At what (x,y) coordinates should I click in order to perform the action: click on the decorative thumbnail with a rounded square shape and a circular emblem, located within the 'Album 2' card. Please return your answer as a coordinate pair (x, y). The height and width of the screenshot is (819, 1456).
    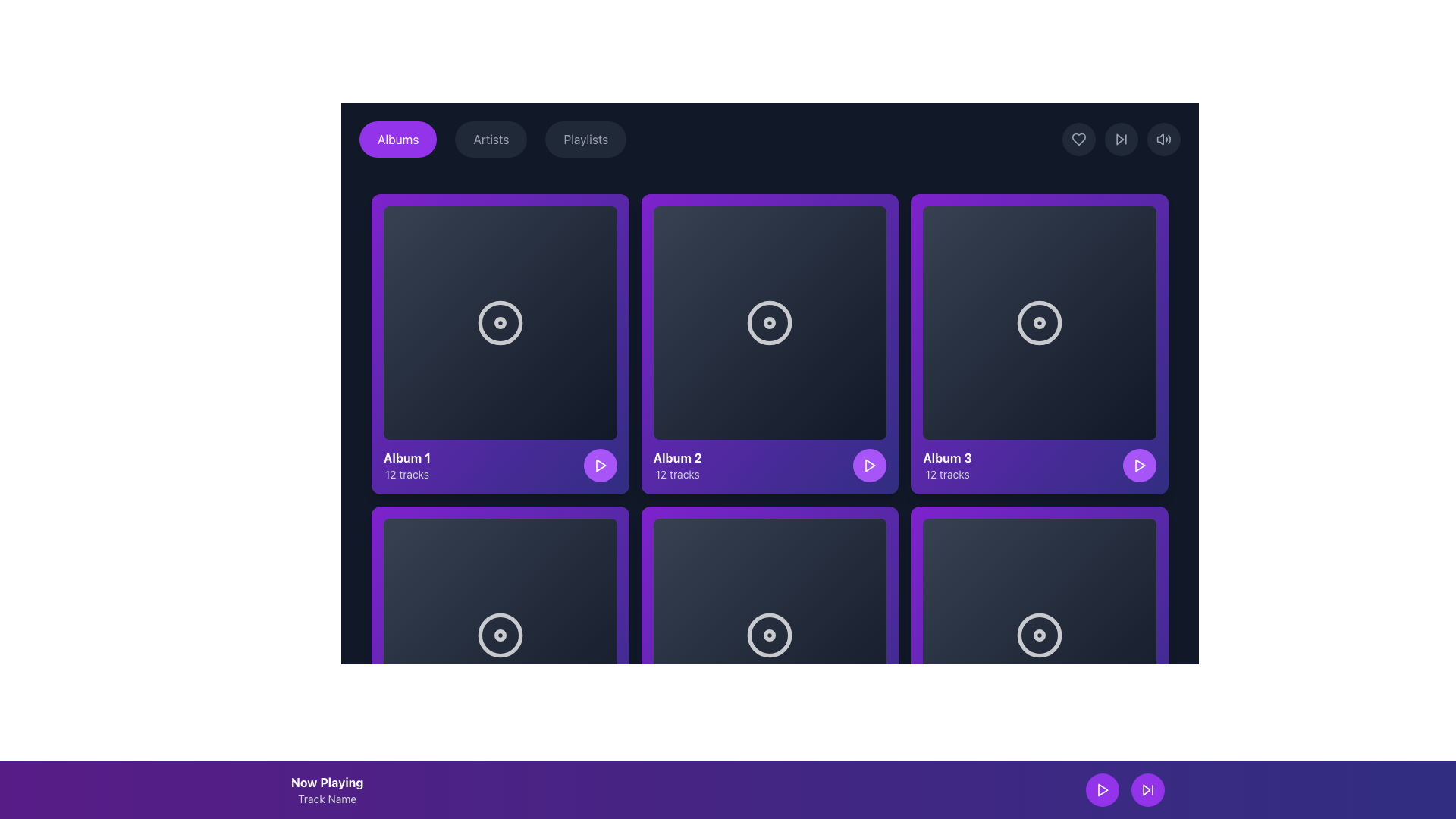
    Looking at the image, I should click on (770, 322).